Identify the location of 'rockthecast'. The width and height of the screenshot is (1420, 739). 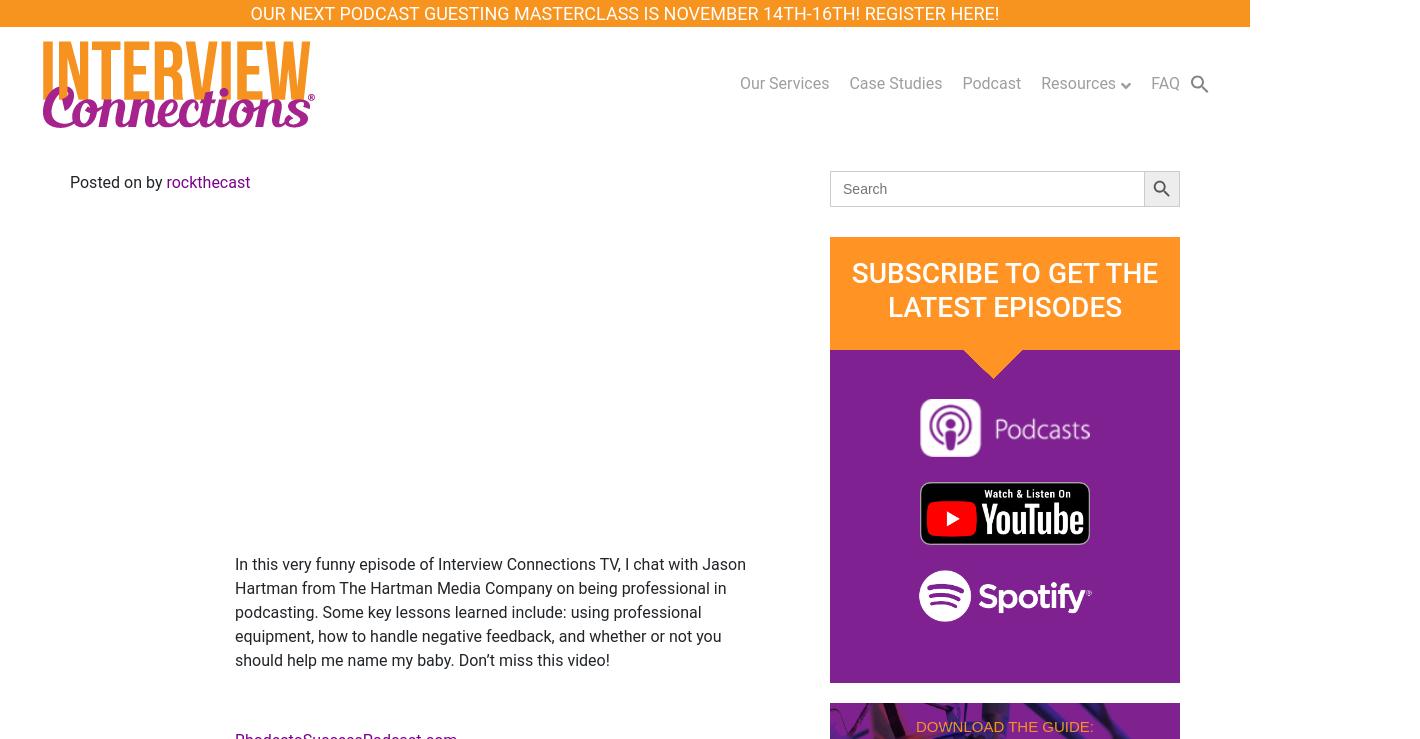
(208, 182).